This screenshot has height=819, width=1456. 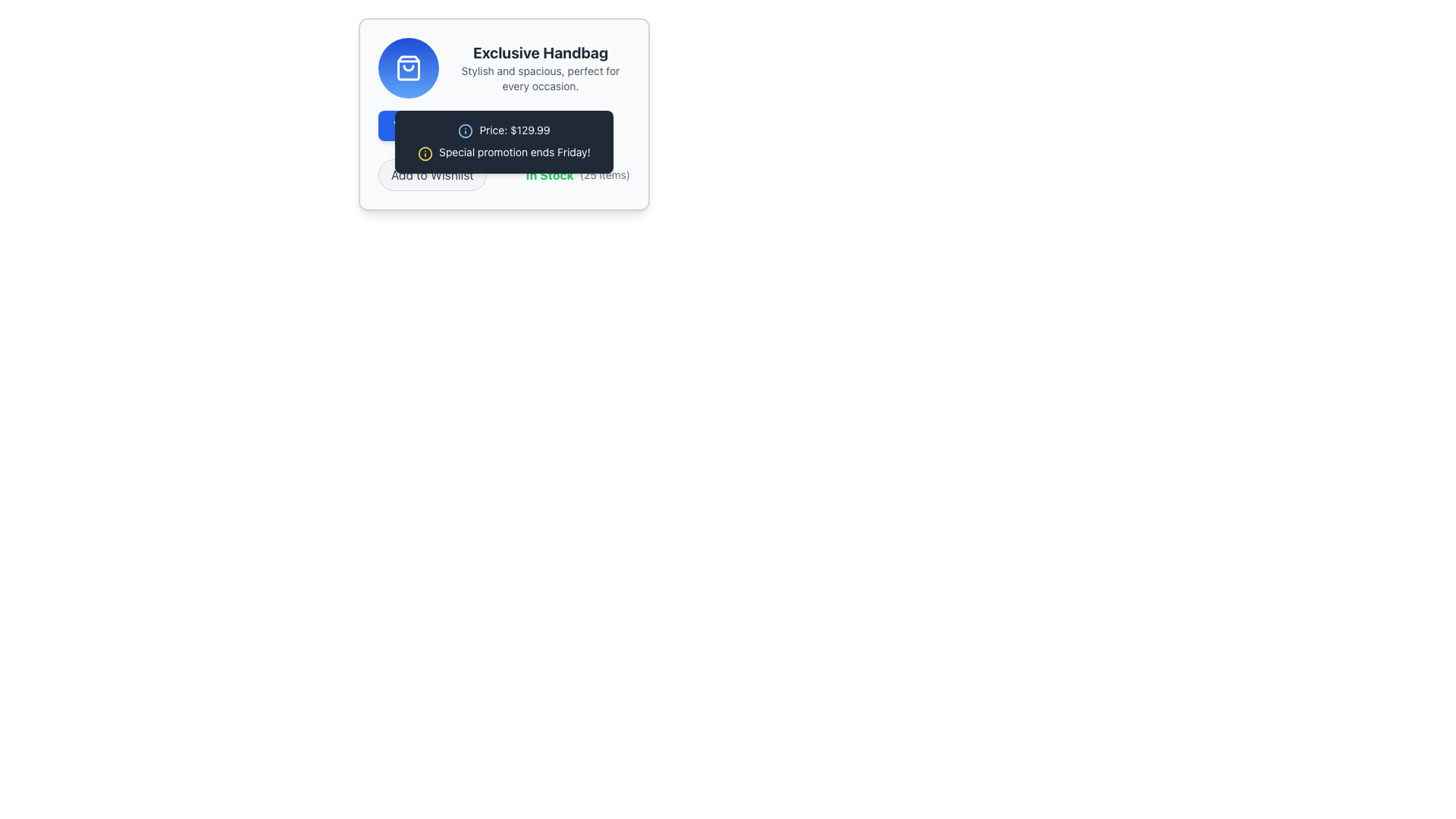 I want to click on the static text element displaying 'Stylish and spacious, perfect for every occasion.' which is located beneath the title 'Exclusive Handbag', so click(x=541, y=79).